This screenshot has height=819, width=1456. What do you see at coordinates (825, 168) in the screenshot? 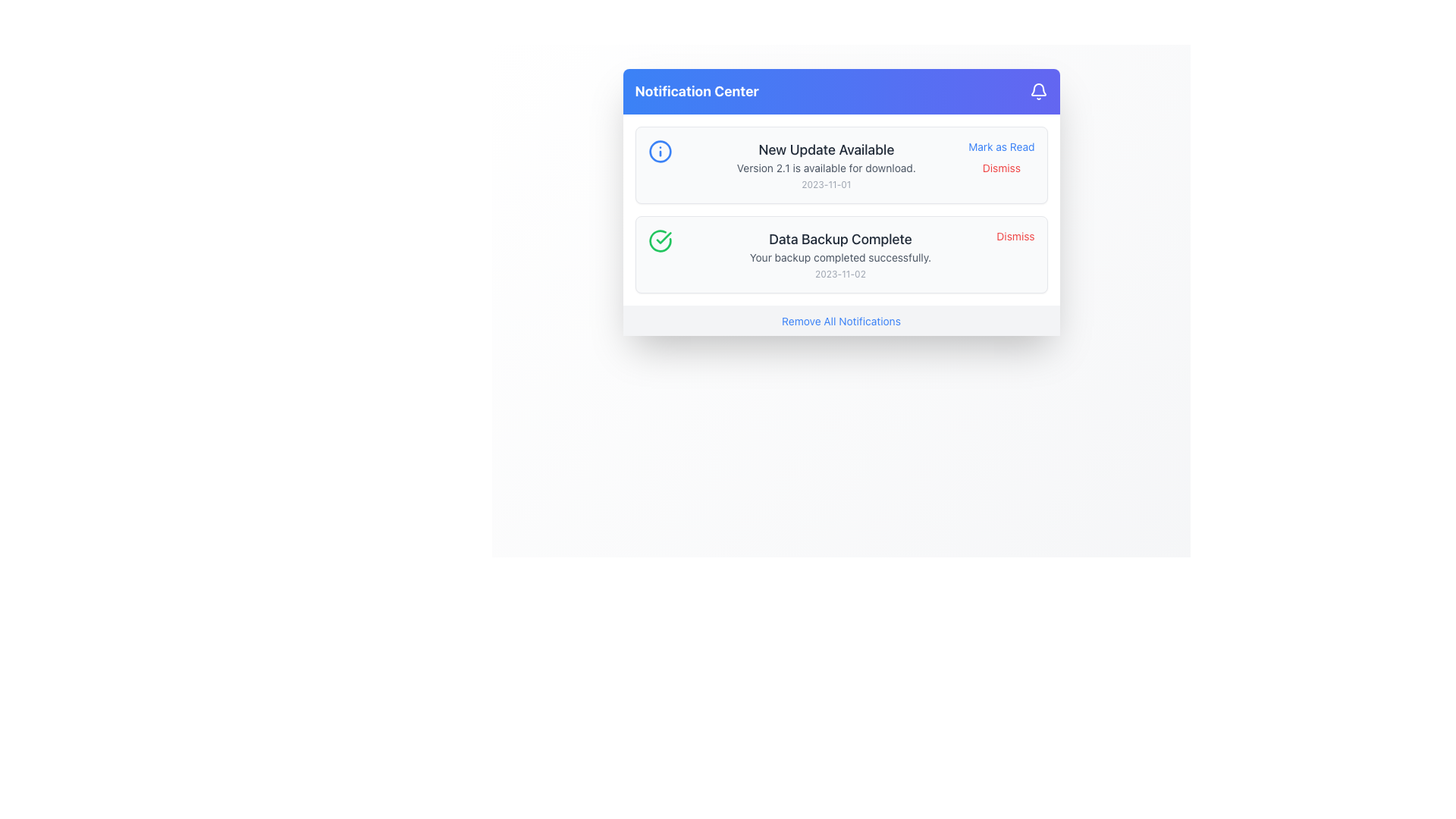
I see `the static text label indicating the availability of version 2.1 for download, which is located in the notification titled 'New Update Available', positioned centrally below the title and above the timestamp` at bounding box center [825, 168].